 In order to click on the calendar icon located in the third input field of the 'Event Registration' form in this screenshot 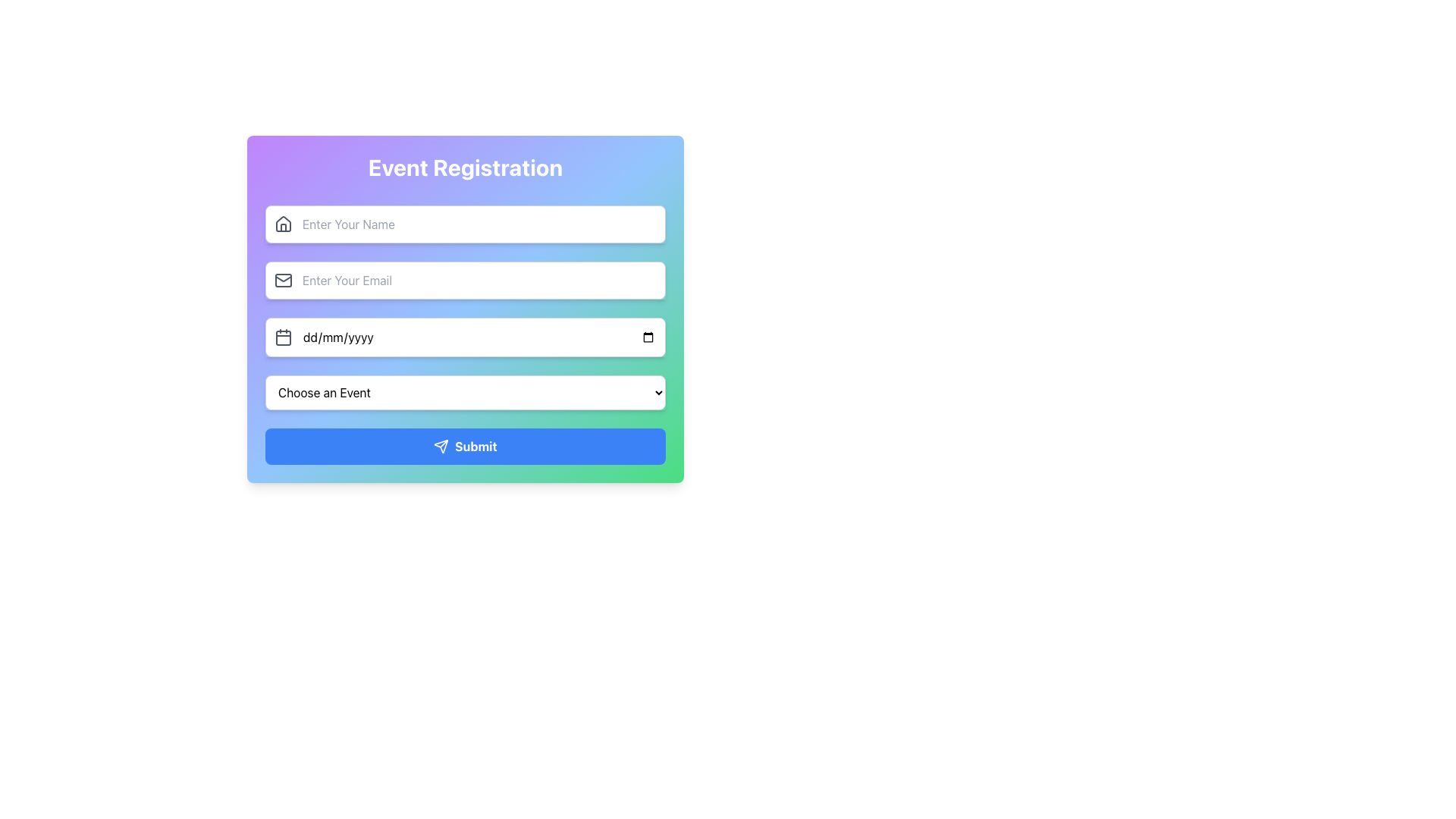, I will do `click(284, 336)`.